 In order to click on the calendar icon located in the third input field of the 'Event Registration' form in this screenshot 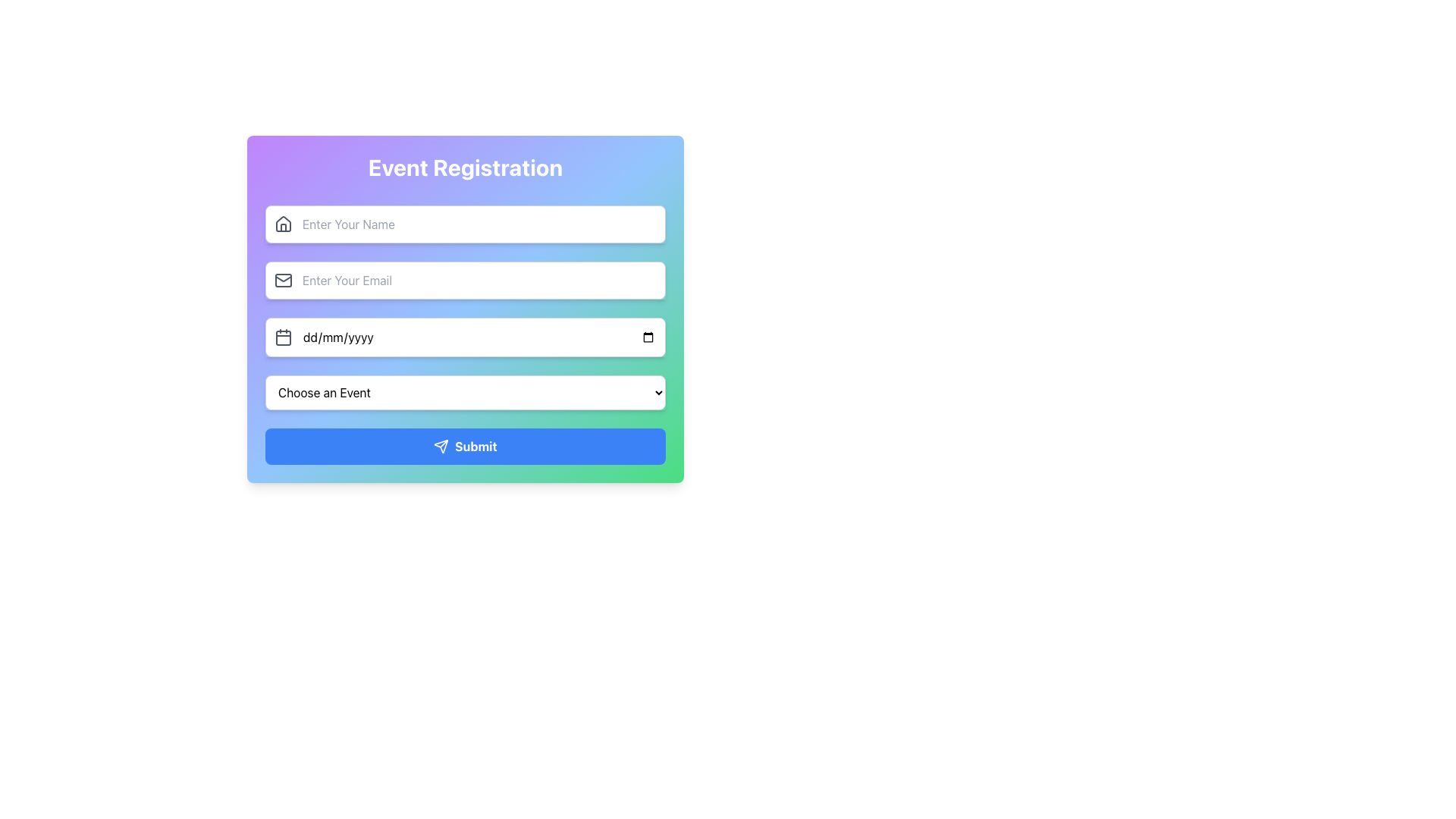, I will do `click(284, 336)`.